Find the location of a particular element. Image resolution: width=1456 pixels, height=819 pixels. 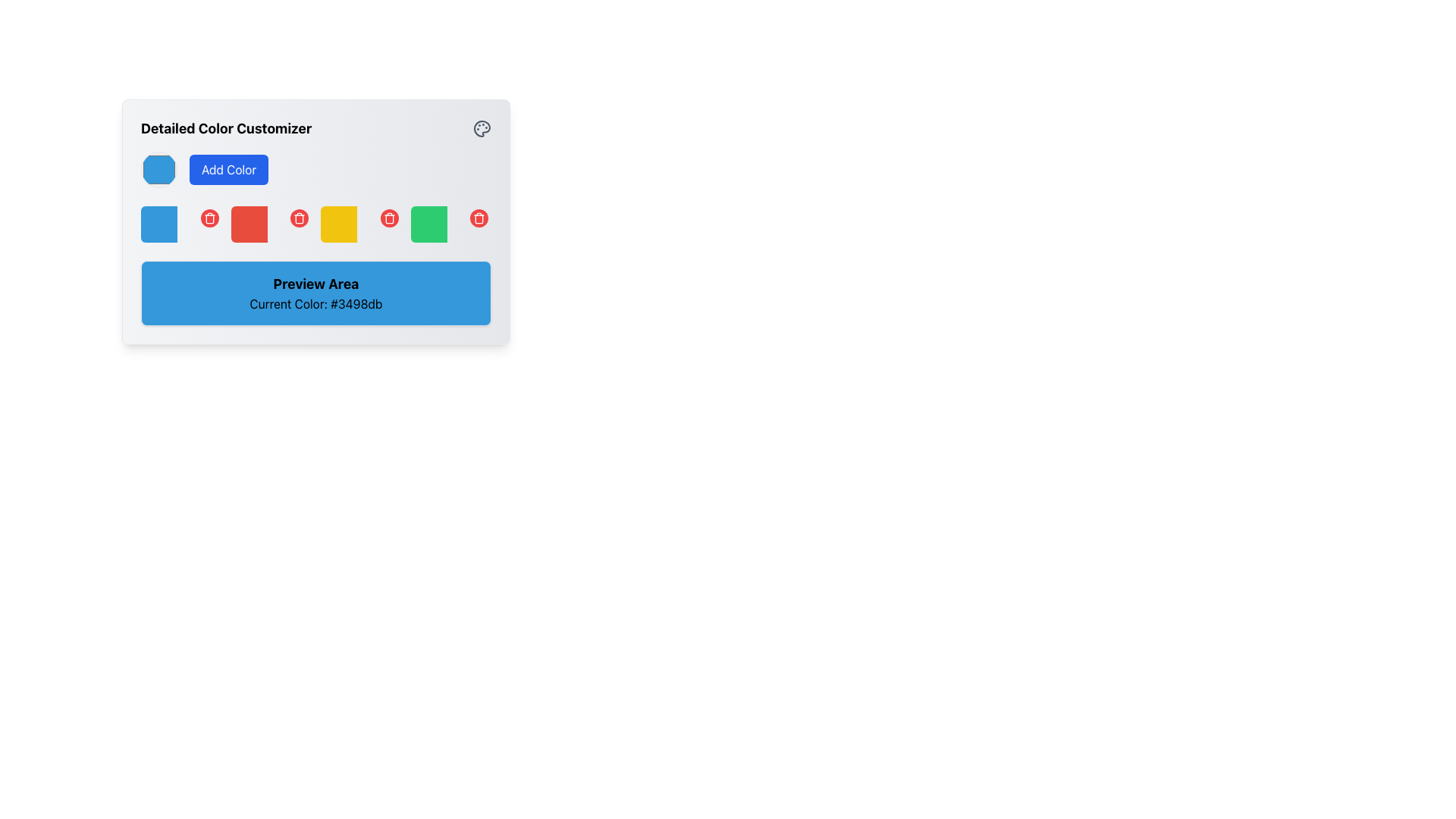

the delete button icon located next to the yellow color block in the center row of the interface is located at coordinates (299, 219).